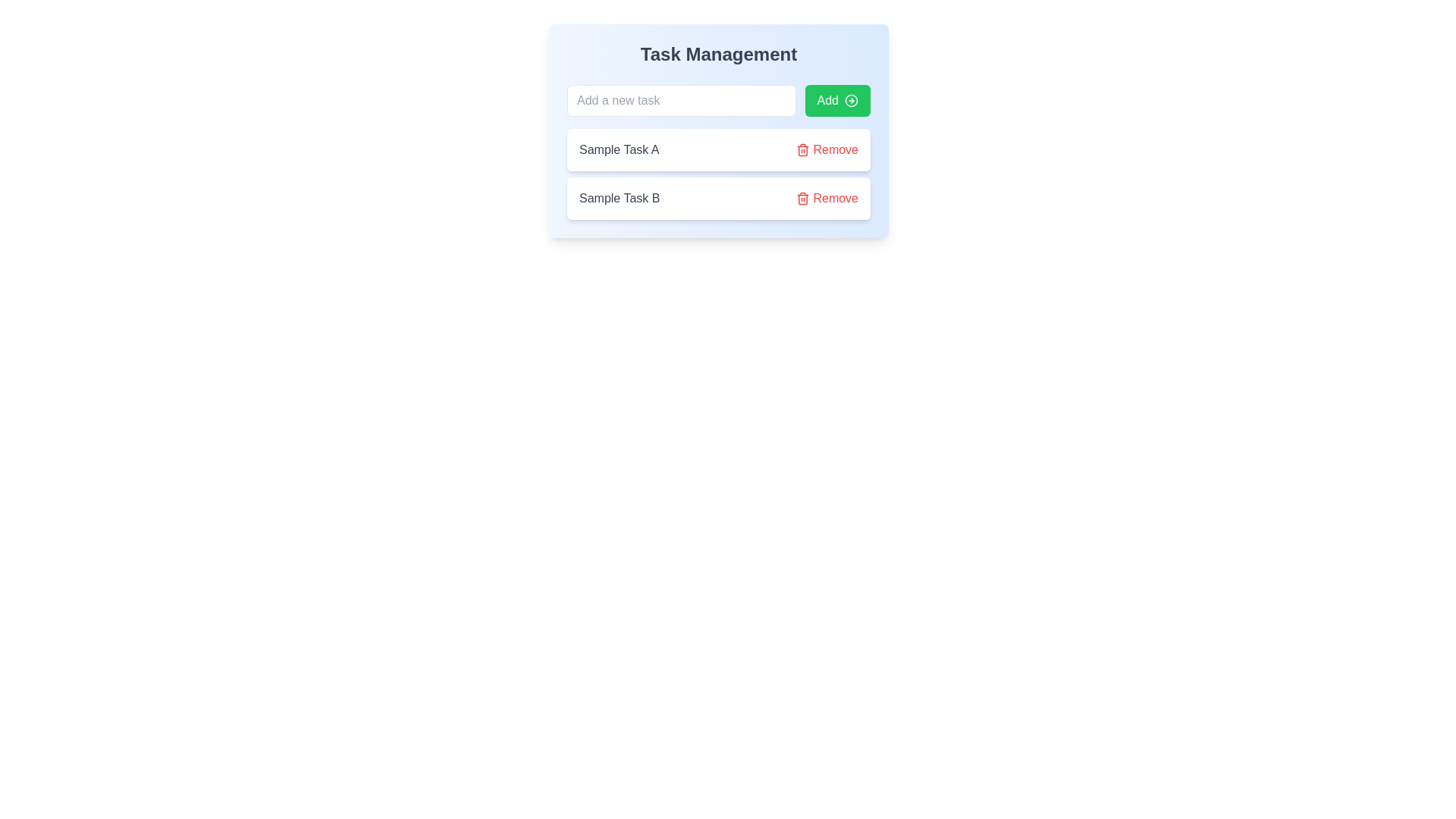 This screenshot has height=819, width=1456. What do you see at coordinates (852, 100) in the screenshot?
I see `the 'Add' button by clicking the circular SVG icon (class 'lucide lucide-circle-arrow-right') which is a graphical part of the button` at bounding box center [852, 100].